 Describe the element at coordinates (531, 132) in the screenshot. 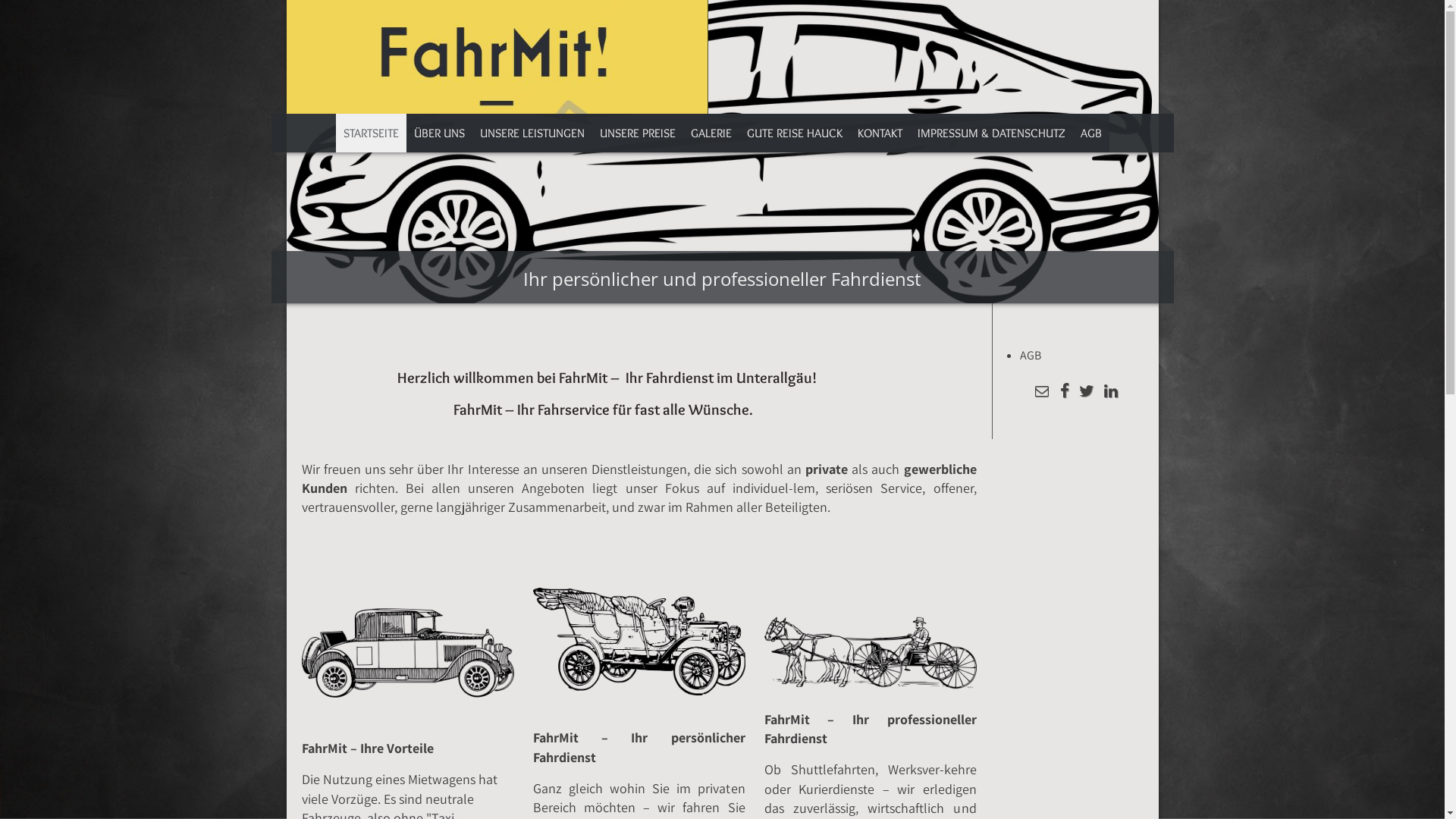

I see `'UNSERE LEISTUNGEN'` at that location.